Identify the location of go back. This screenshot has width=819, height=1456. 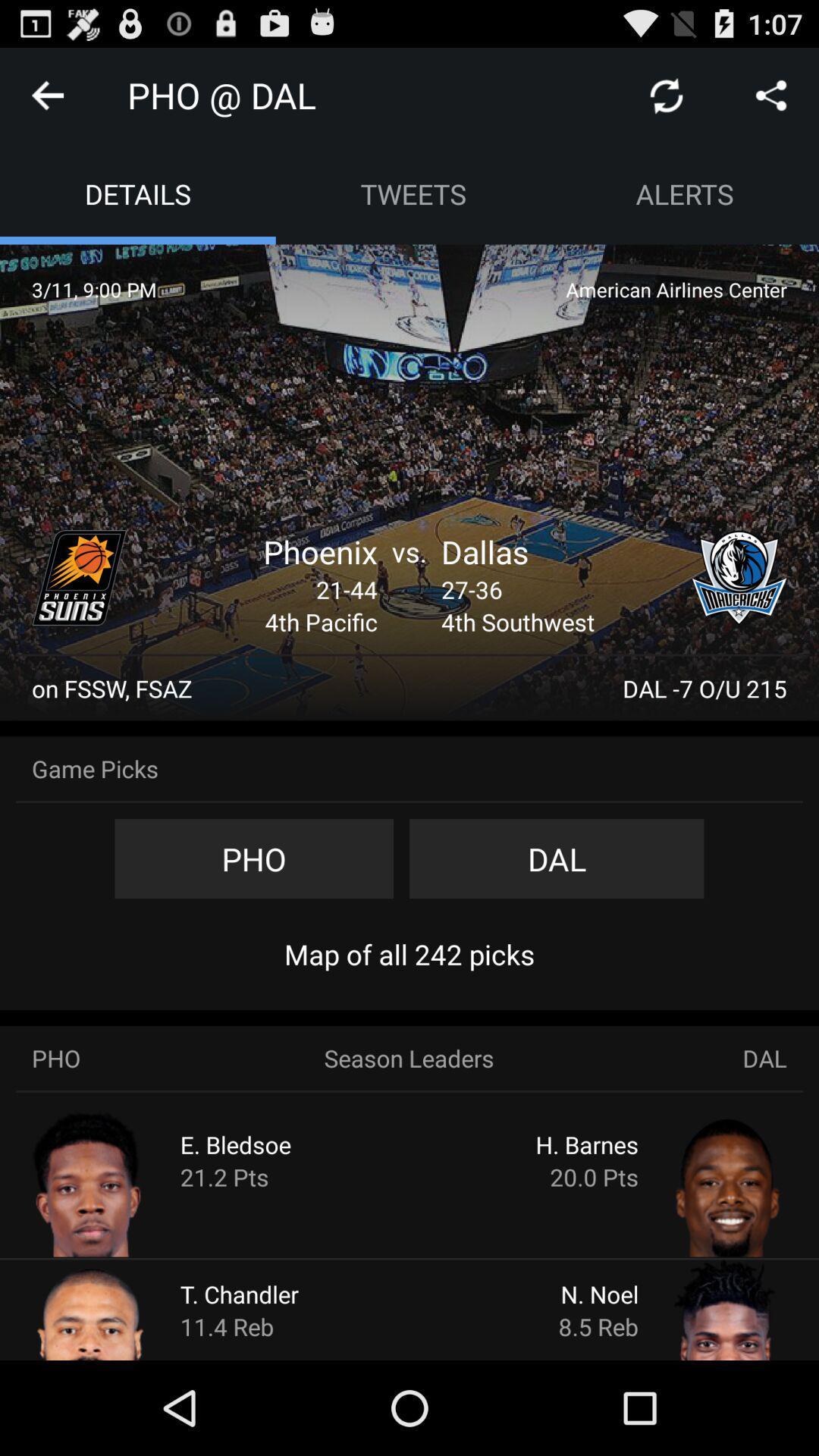
(46, 94).